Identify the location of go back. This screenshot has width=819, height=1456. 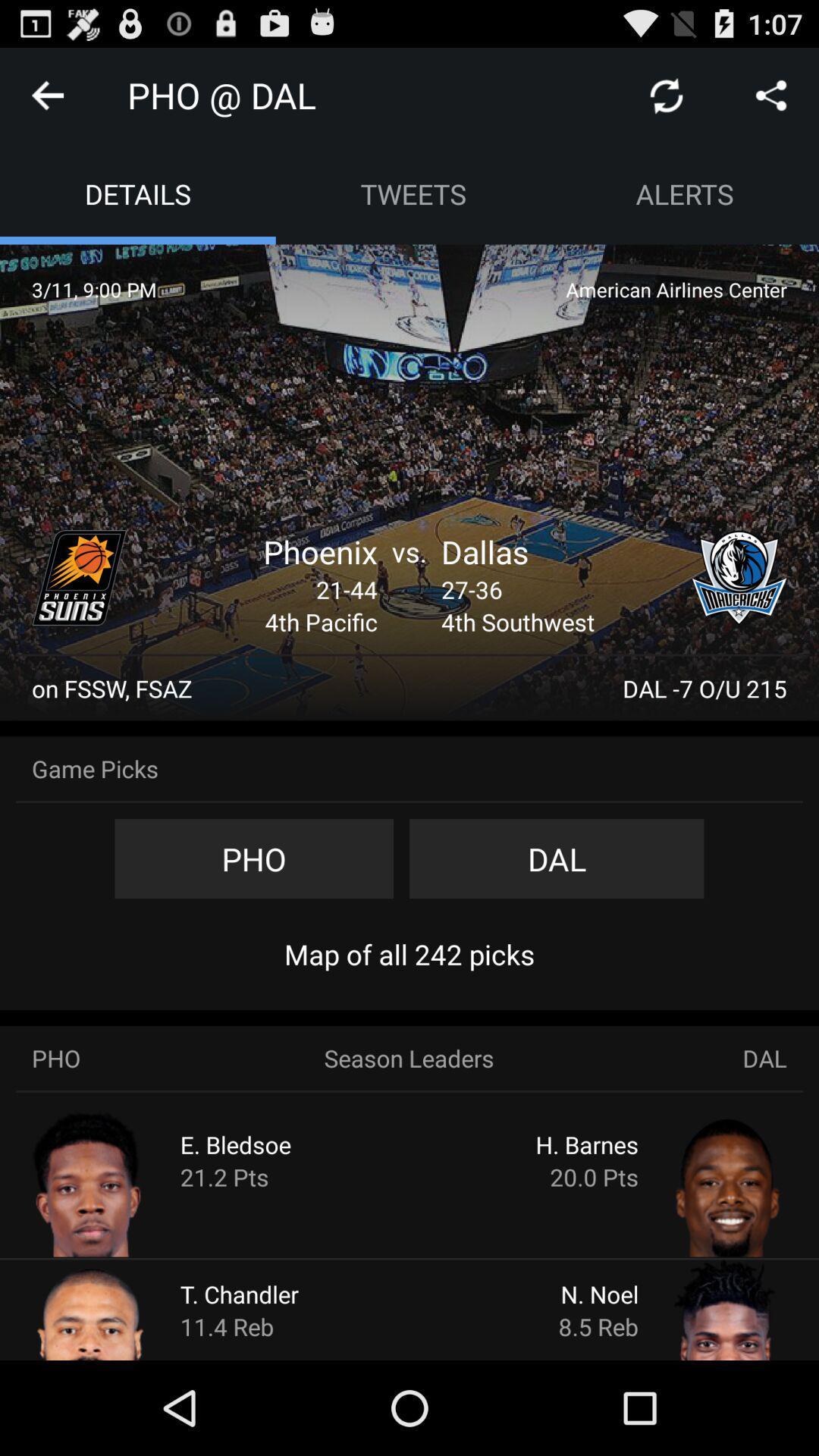
(46, 94).